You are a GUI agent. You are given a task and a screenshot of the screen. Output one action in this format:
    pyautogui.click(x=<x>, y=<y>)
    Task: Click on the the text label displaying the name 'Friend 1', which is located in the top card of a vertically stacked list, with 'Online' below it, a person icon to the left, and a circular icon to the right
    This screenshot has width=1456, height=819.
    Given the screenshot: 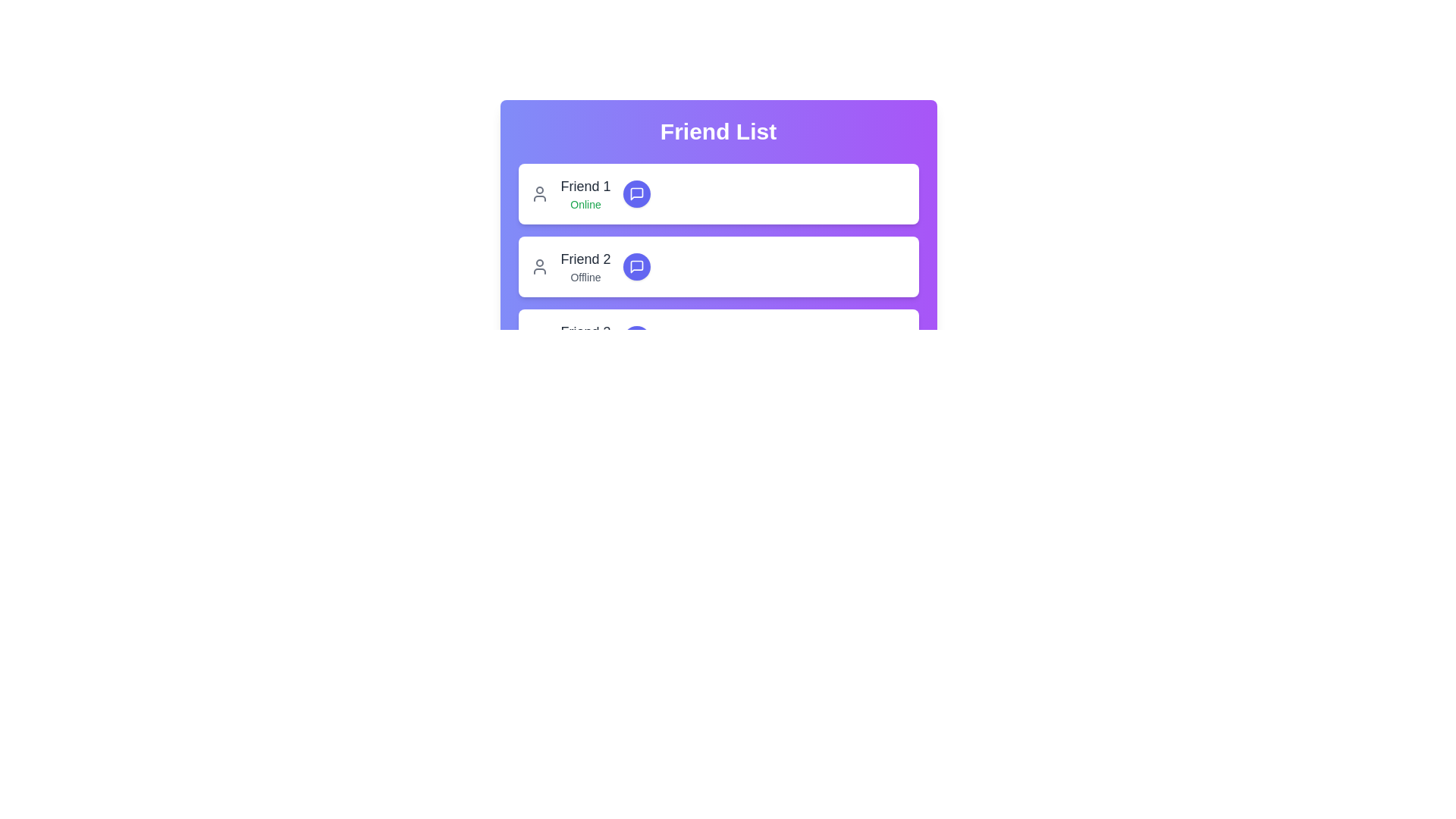 What is the action you would take?
    pyautogui.click(x=585, y=186)
    